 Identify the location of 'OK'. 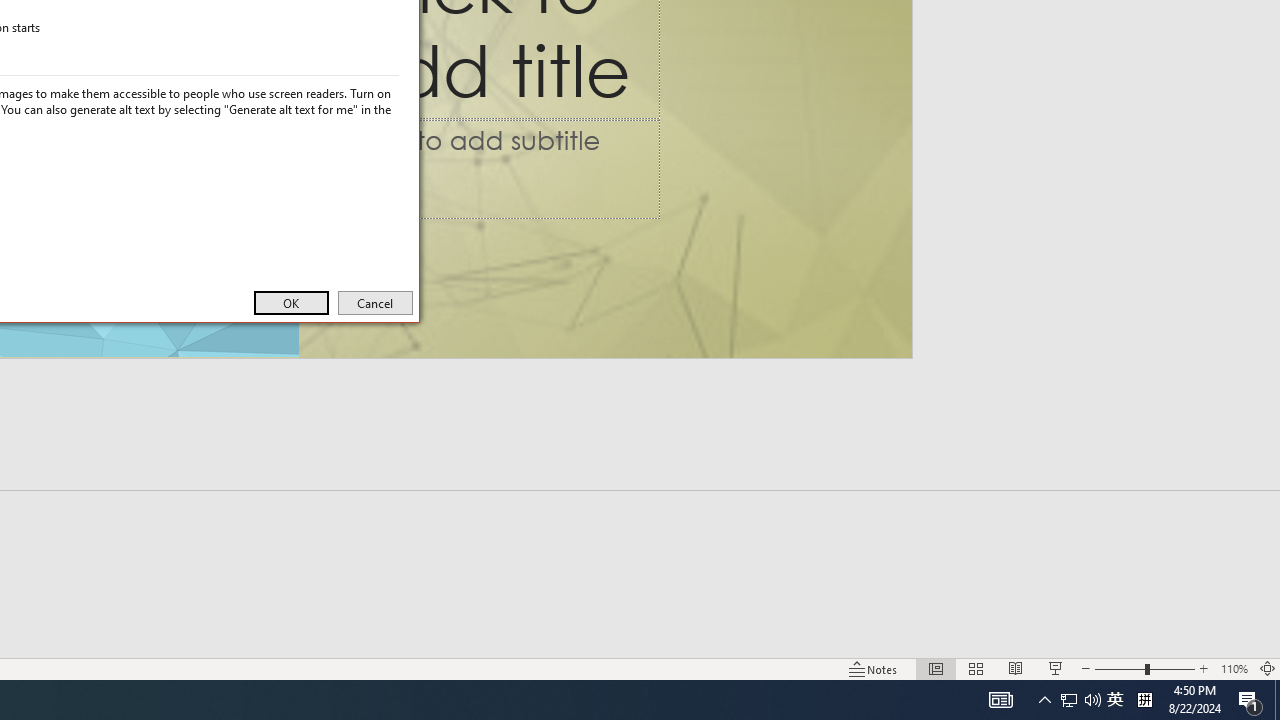
(290, 303).